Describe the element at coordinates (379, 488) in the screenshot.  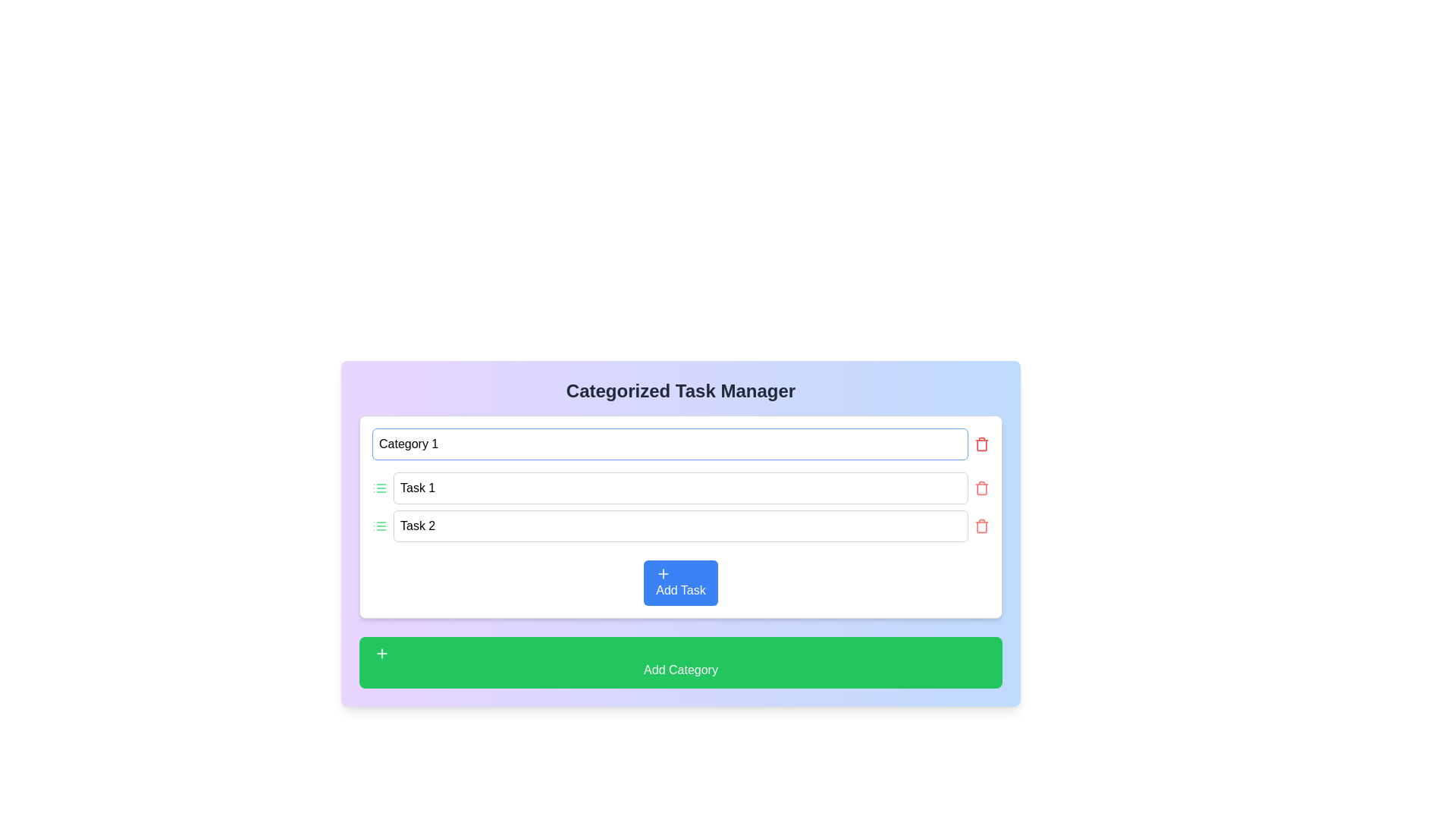
I see `the small horizontal list icon styled in green, located at the leftmost position in the row containing the text input field for the task 'Task 1'` at that location.